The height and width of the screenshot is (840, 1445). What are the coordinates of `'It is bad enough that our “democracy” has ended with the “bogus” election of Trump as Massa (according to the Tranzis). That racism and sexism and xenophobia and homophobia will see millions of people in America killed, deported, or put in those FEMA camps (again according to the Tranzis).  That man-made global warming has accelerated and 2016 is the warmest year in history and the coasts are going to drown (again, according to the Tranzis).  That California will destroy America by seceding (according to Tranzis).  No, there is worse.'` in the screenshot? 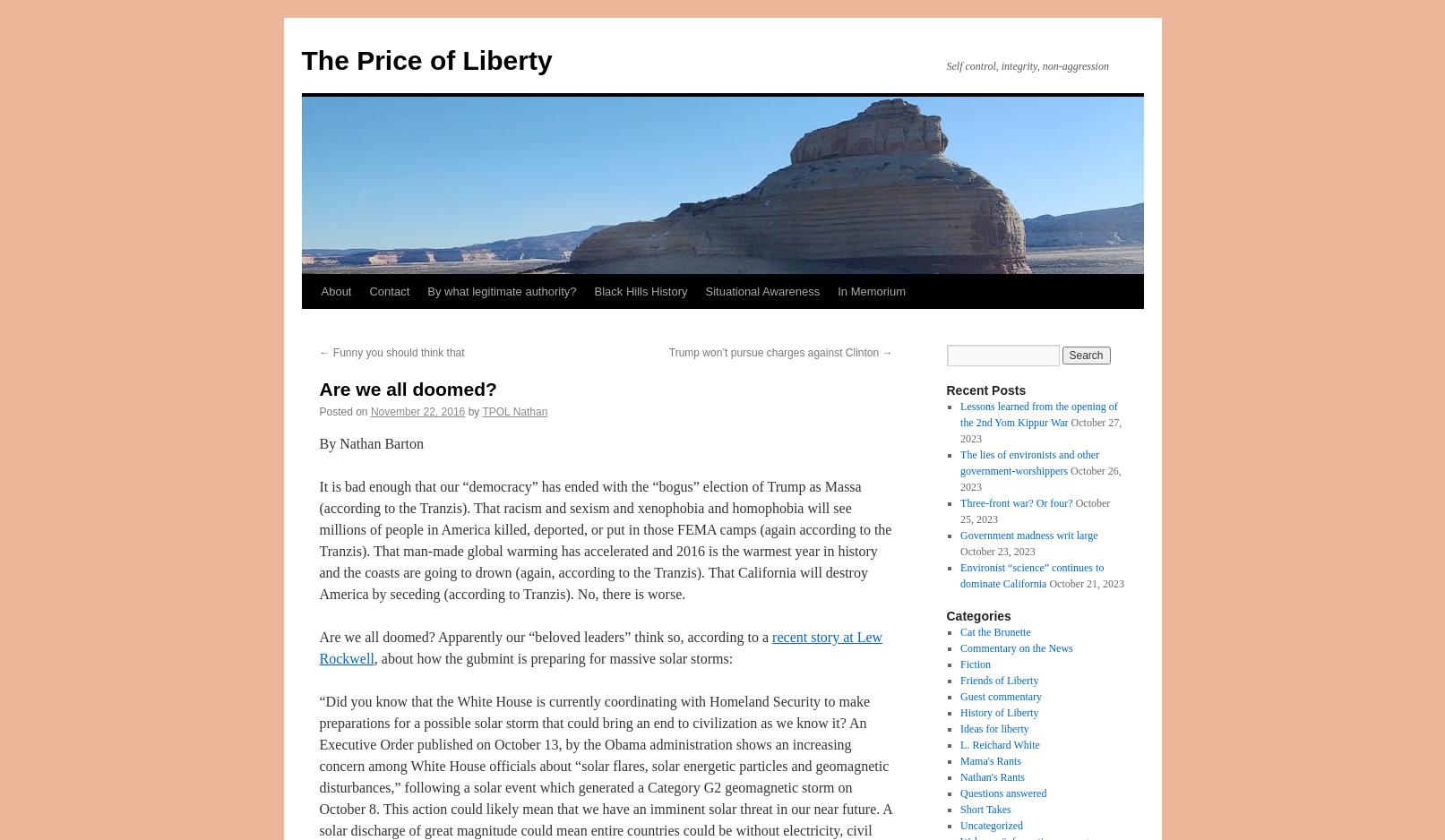 It's located at (604, 540).